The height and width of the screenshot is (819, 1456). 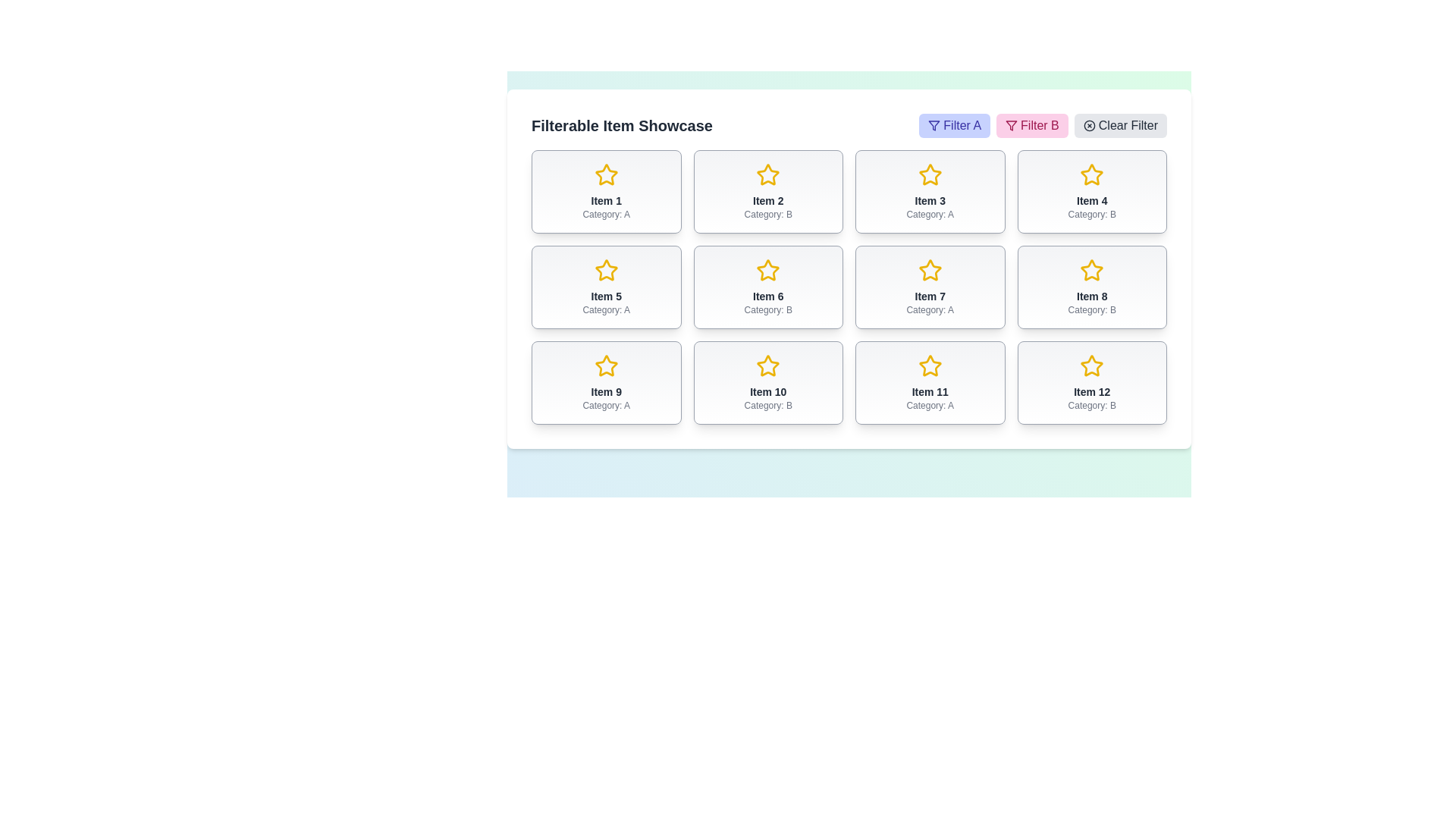 I want to click on the text label that specifies the category 'B' for 'Item 6', located at the bottom of the card underneath the star icon and the bold label, so click(x=768, y=309).